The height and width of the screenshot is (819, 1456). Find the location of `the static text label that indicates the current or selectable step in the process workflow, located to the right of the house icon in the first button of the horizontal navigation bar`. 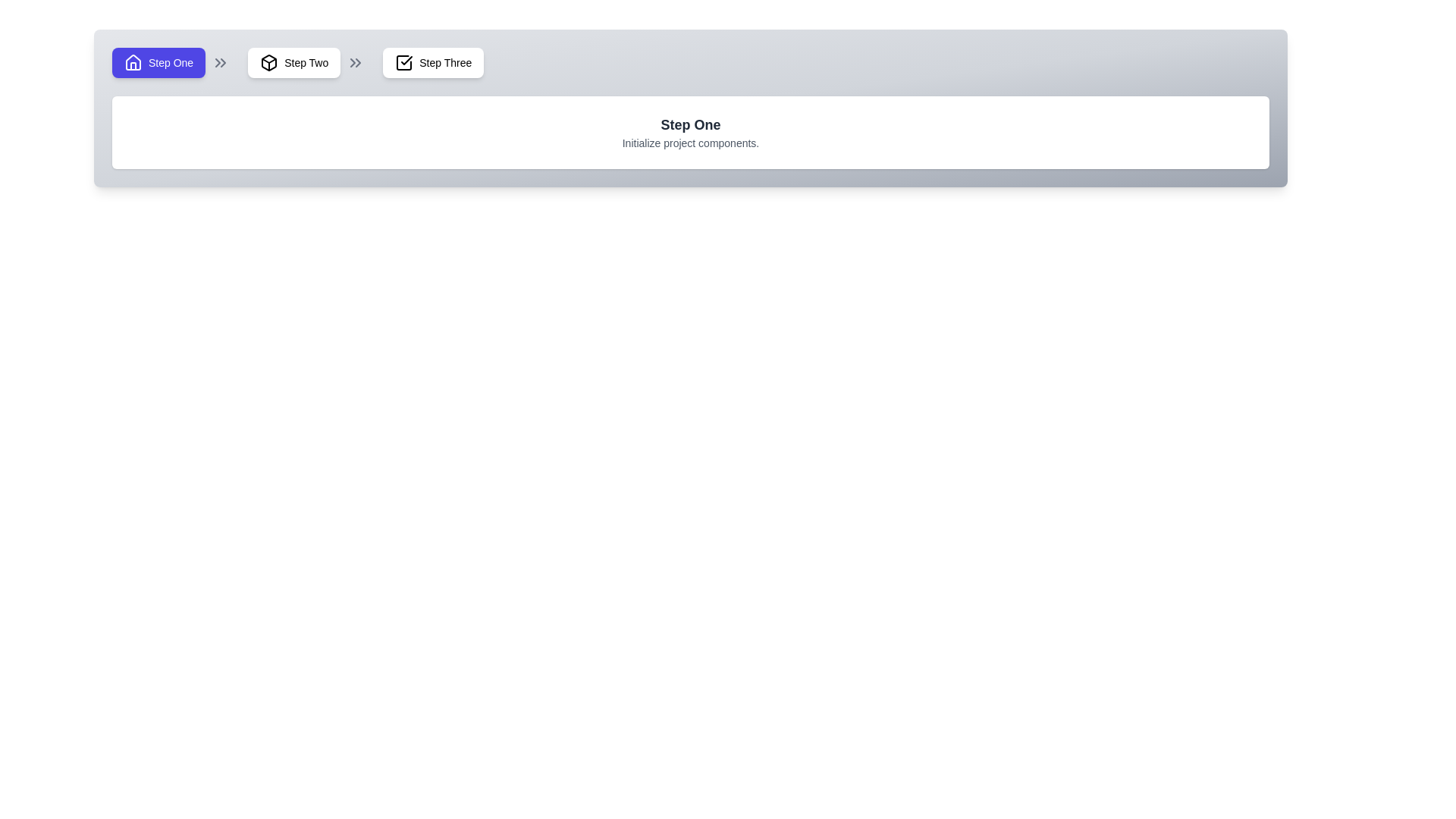

the static text label that indicates the current or selectable step in the process workflow, located to the right of the house icon in the first button of the horizontal navigation bar is located at coordinates (171, 62).